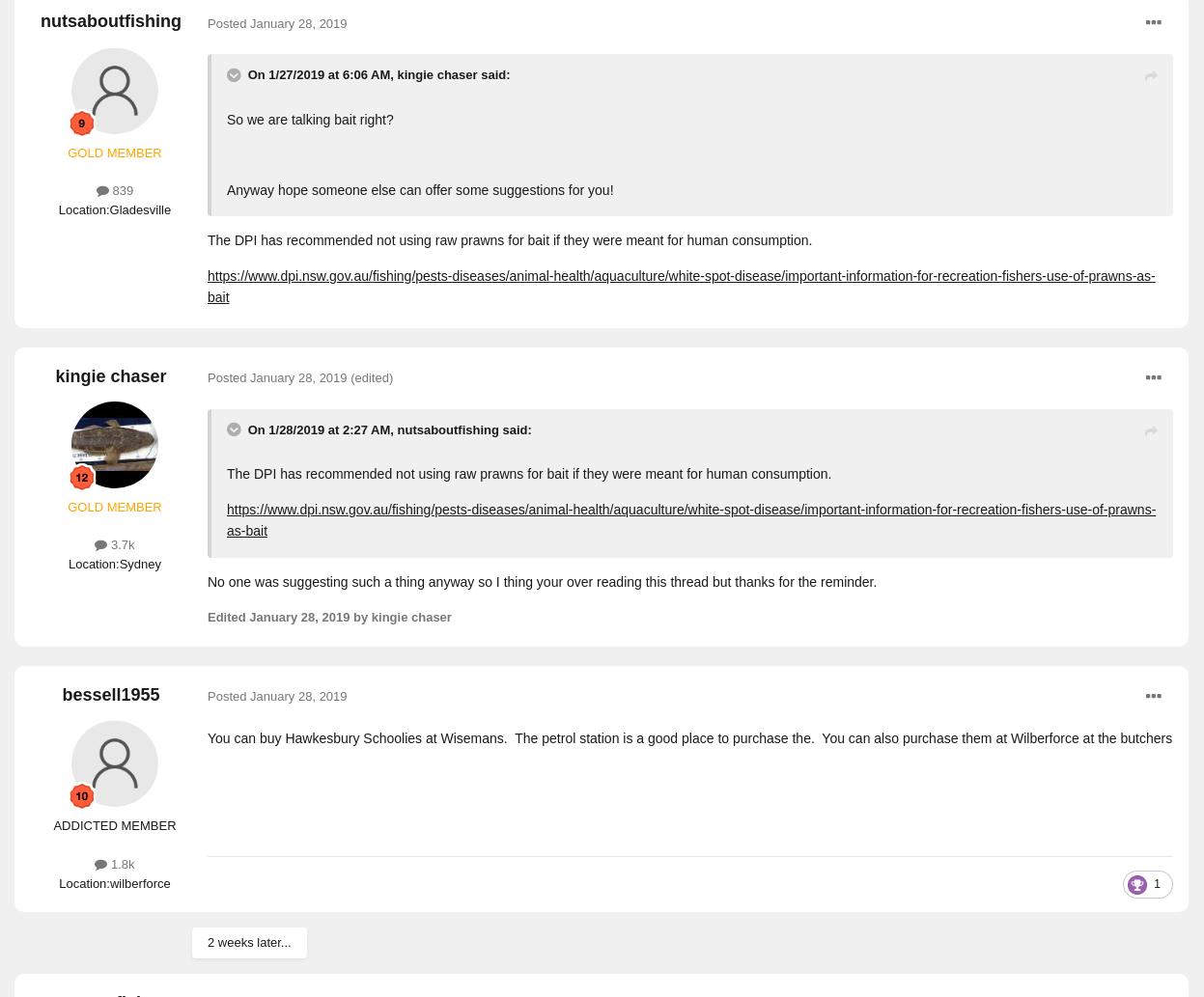 The image size is (1204, 997). What do you see at coordinates (114, 825) in the screenshot?
I see `'ADDICTED MEMBER'` at bounding box center [114, 825].